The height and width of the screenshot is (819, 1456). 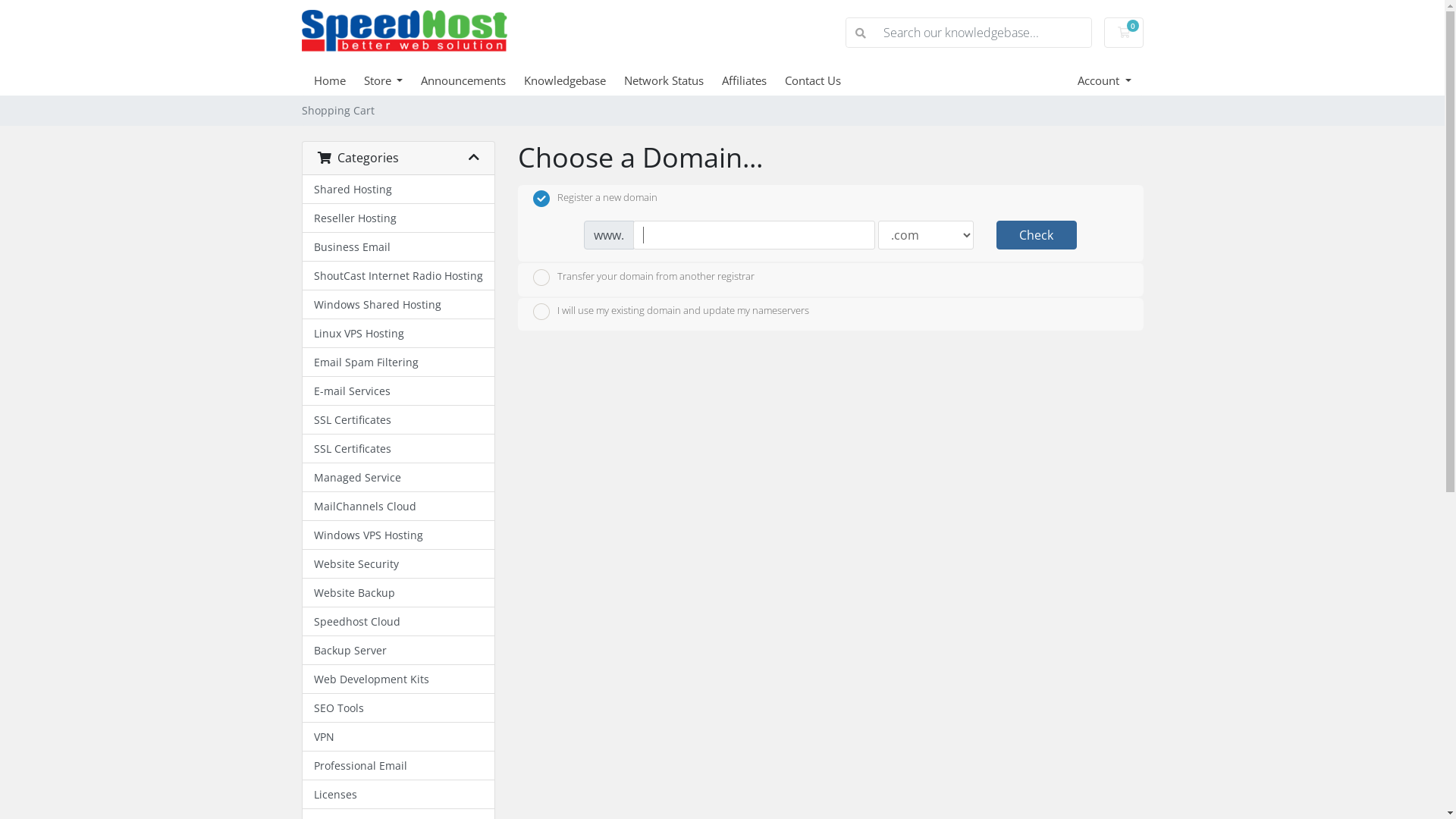 I want to click on 'Shared Hosting', so click(x=397, y=189).